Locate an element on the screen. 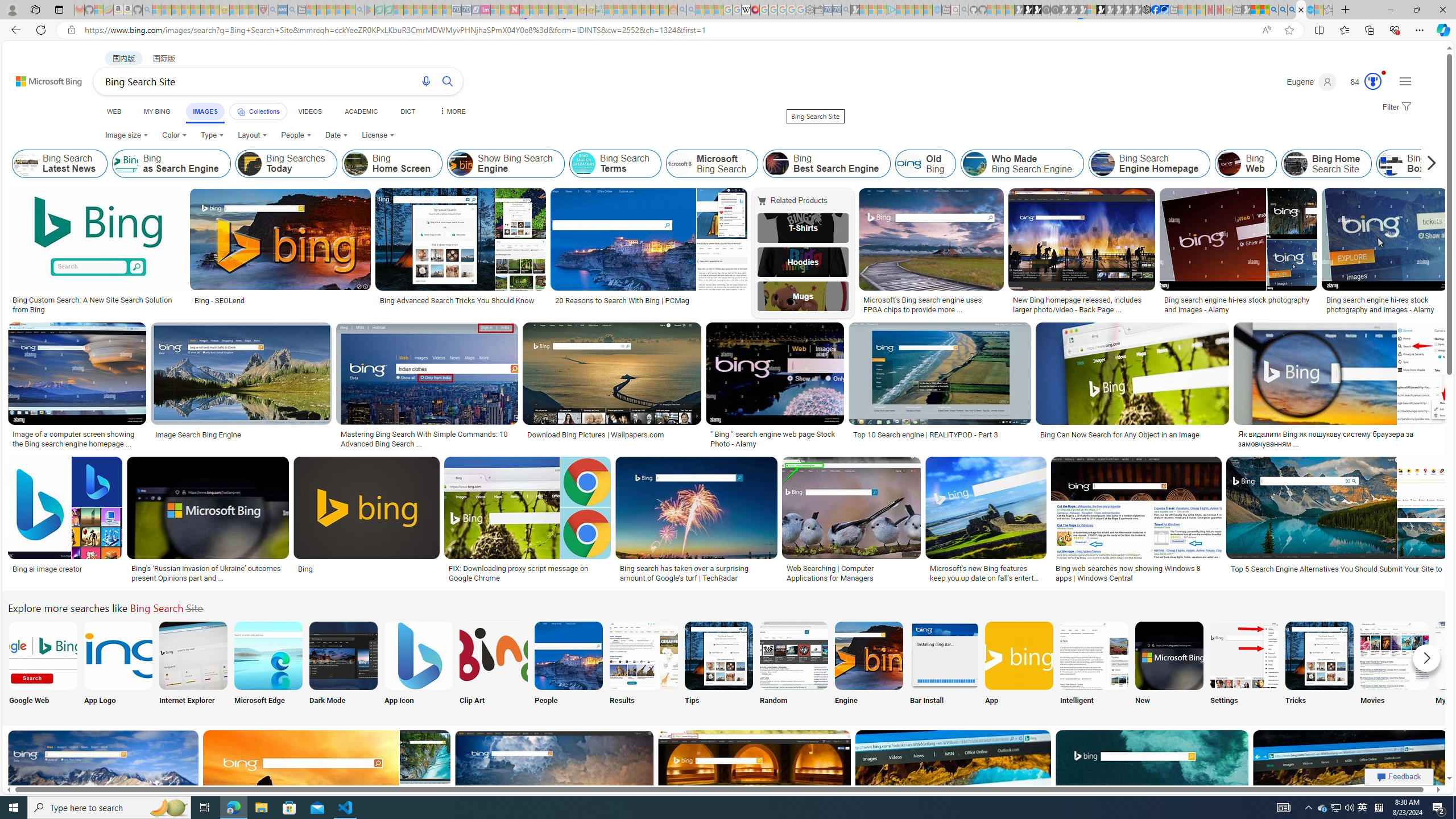  'Bing Custom Search: A New Site Search Solution from Bing' is located at coordinates (97, 304).